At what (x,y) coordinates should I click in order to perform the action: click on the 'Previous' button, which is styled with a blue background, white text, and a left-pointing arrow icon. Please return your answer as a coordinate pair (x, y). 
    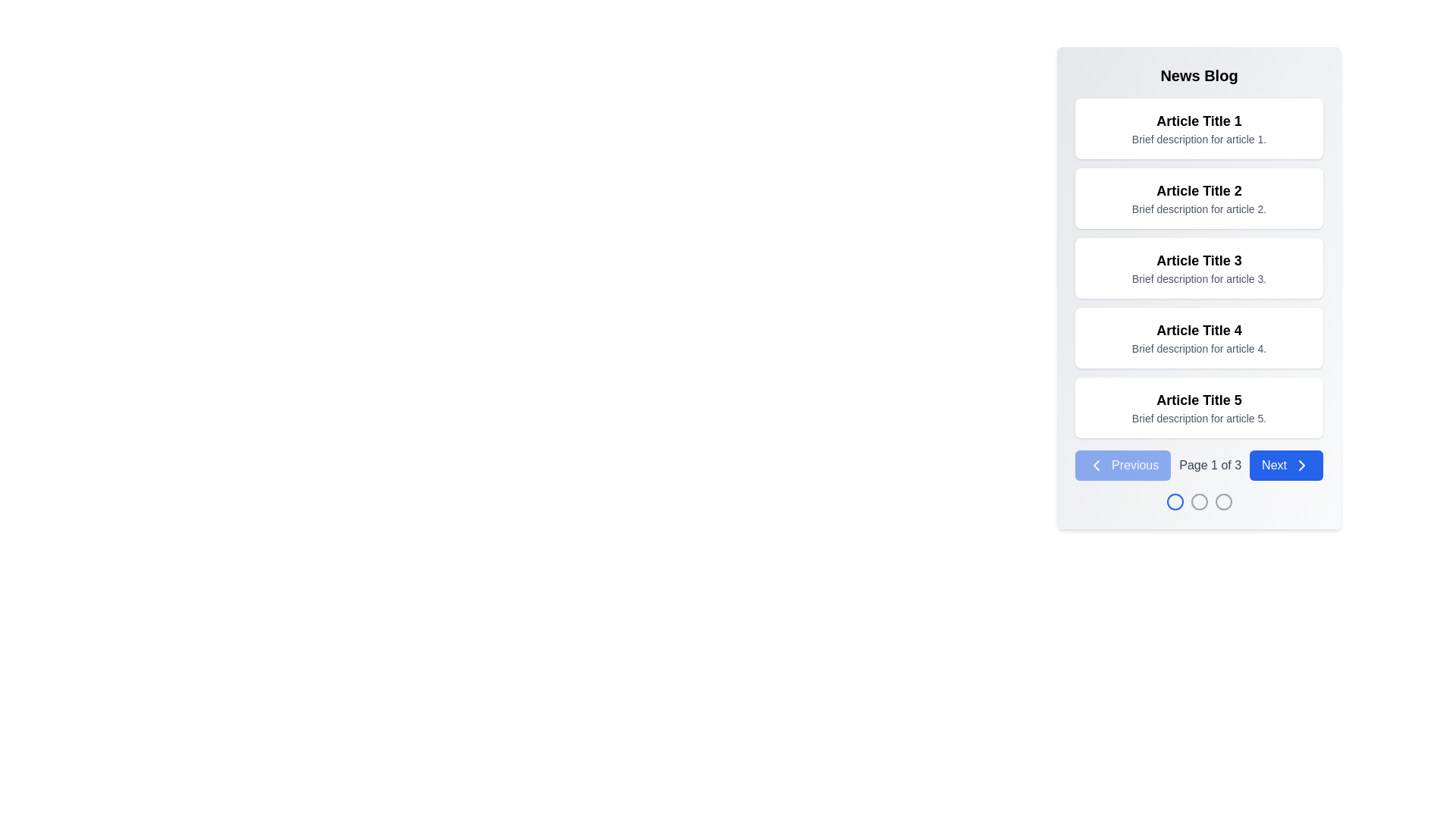
    Looking at the image, I should click on (1123, 464).